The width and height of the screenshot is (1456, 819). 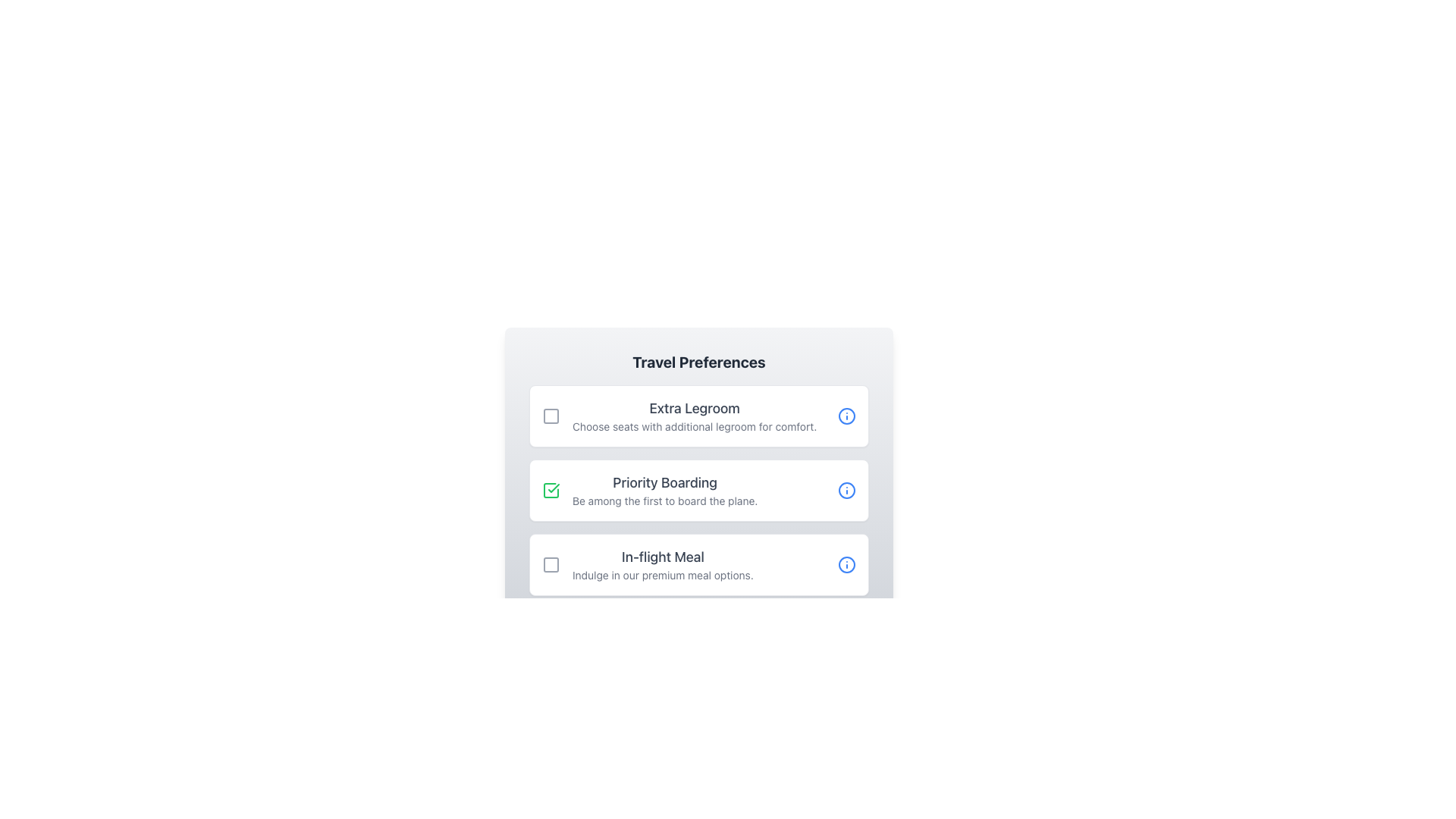 I want to click on the check mark icon representing the 'Priority Boarding' option in the travel preferences section, so click(x=553, y=488).